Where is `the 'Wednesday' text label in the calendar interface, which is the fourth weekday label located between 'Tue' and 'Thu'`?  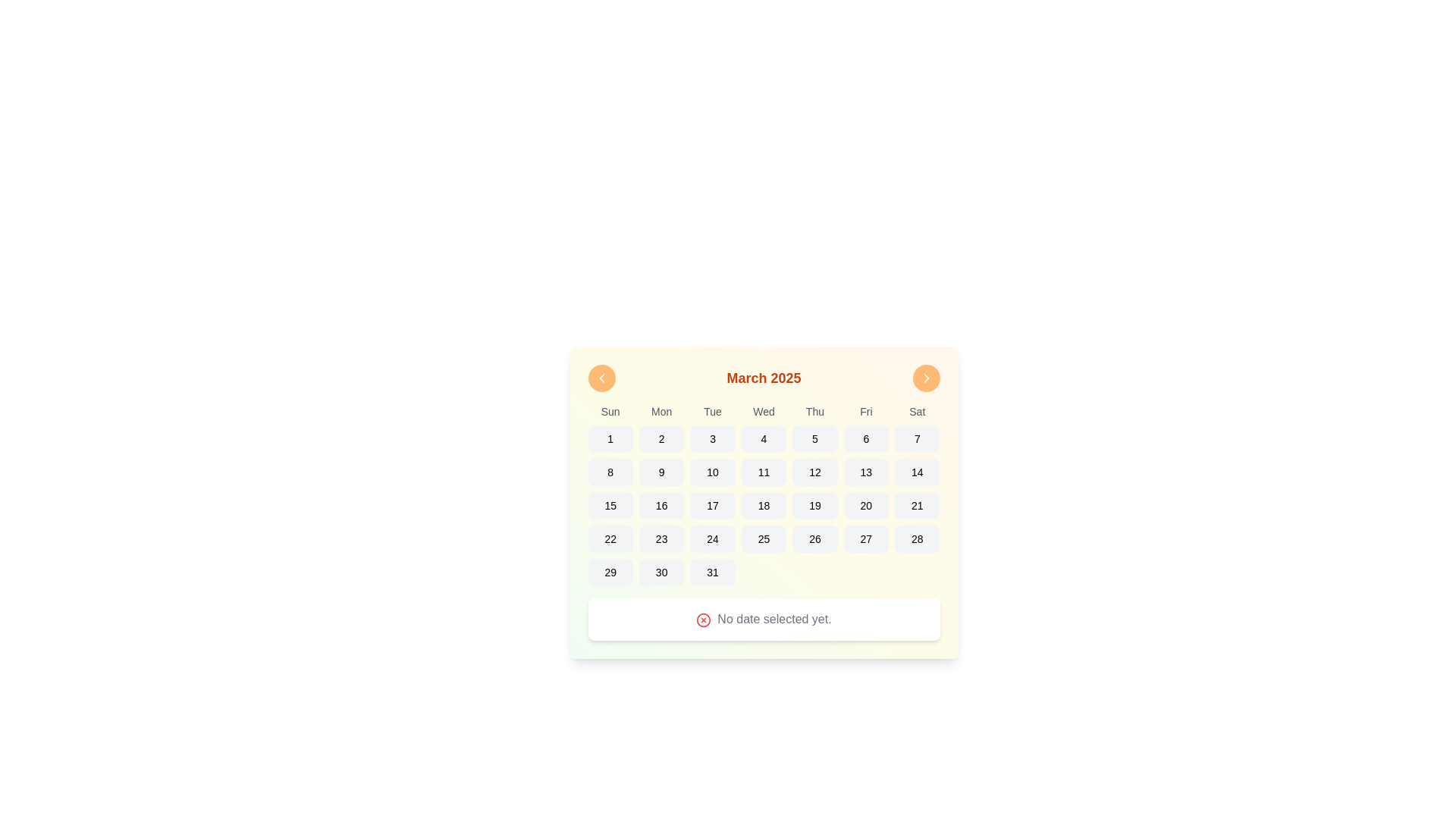 the 'Wednesday' text label in the calendar interface, which is the fourth weekday label located between 'Tue' and 'Thu' is located at coordinates (764, 412).